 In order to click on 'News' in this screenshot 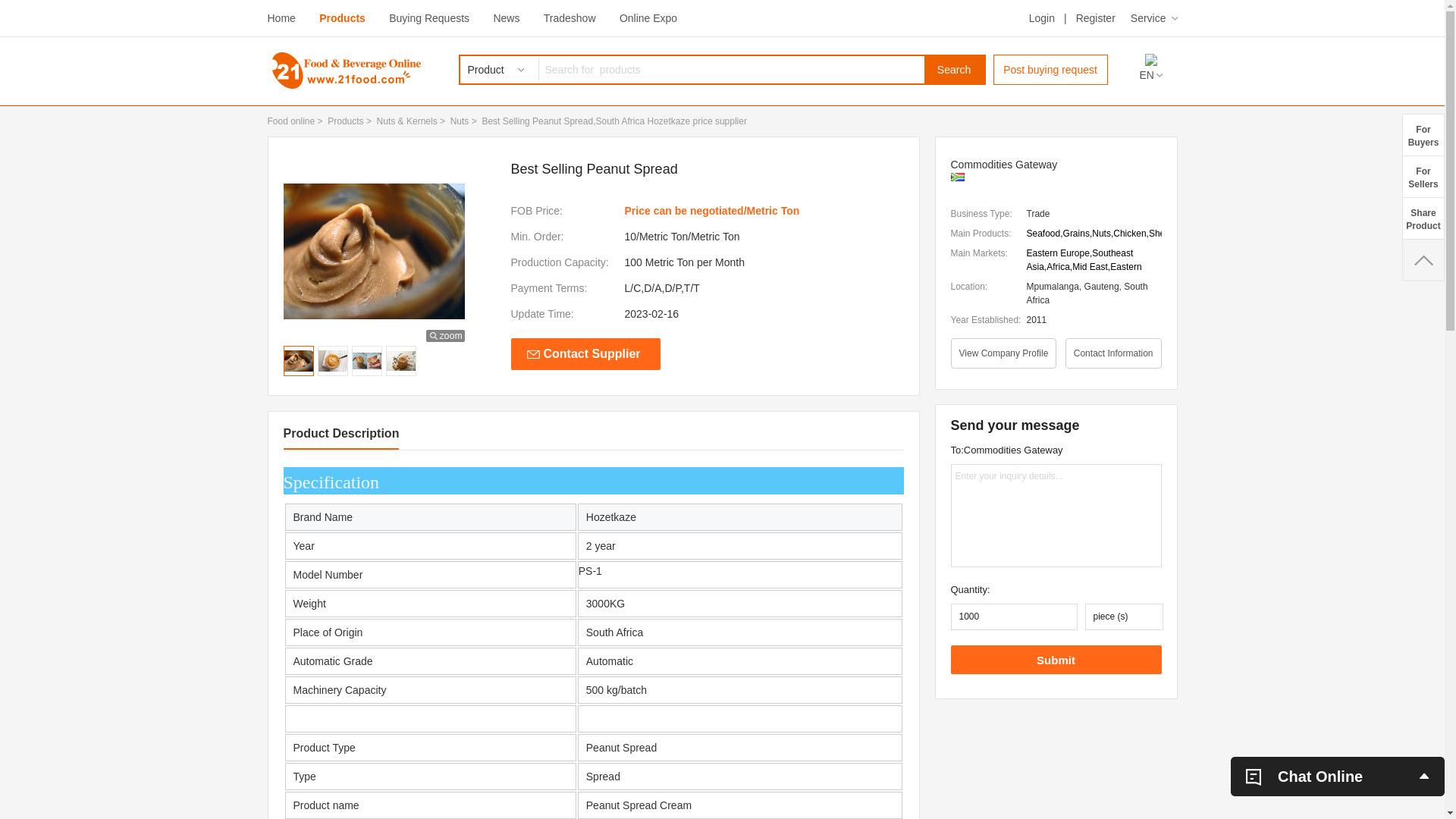, I will do `click(492, 17)`.